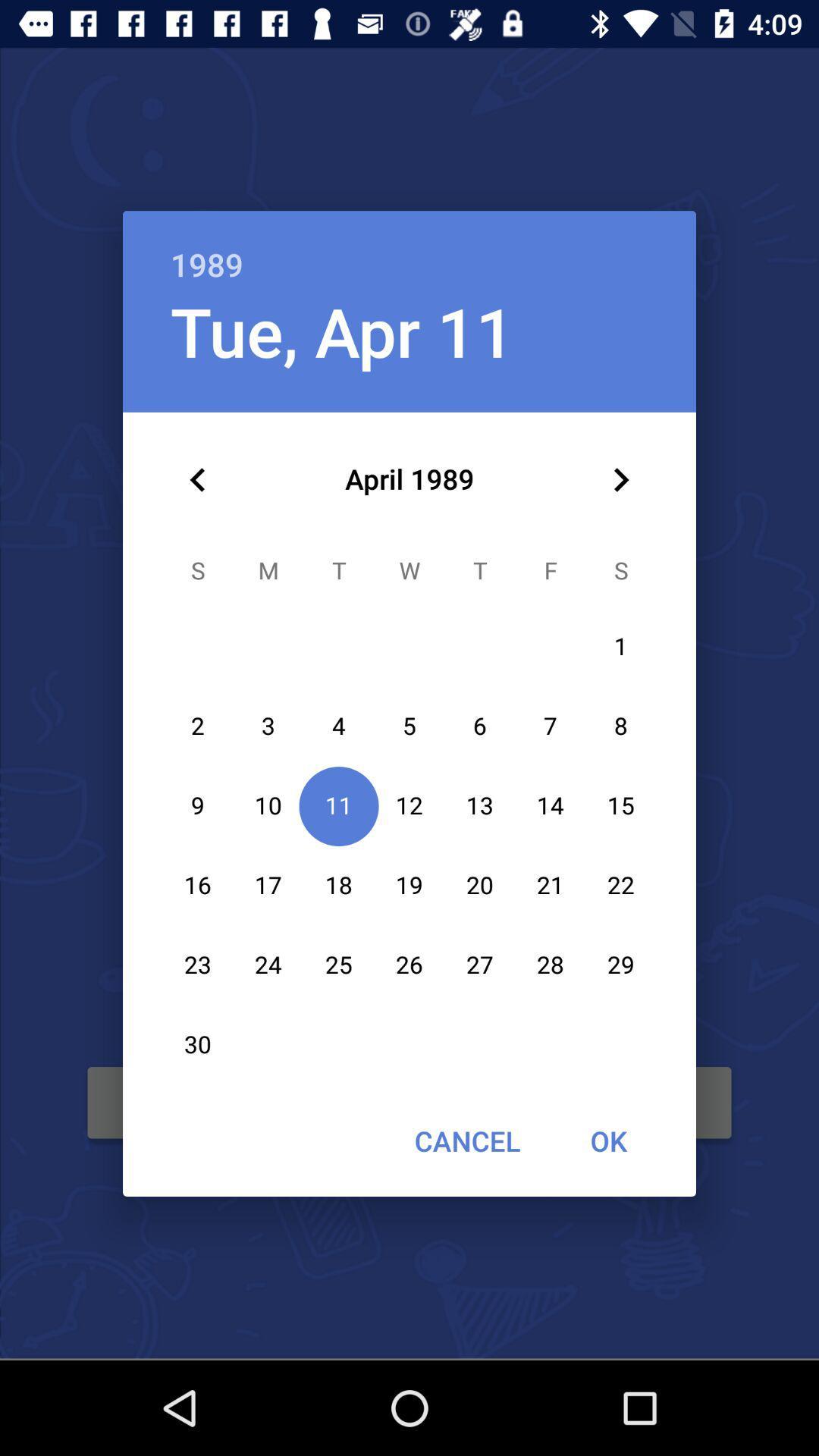 Image resolution: width=819 pixels, height=1456 pixels. What do you see at coordinates (197, 479) in the screenshot?
I see `the item below the tue, apr 11 icon` at bounding box center [197, 479].